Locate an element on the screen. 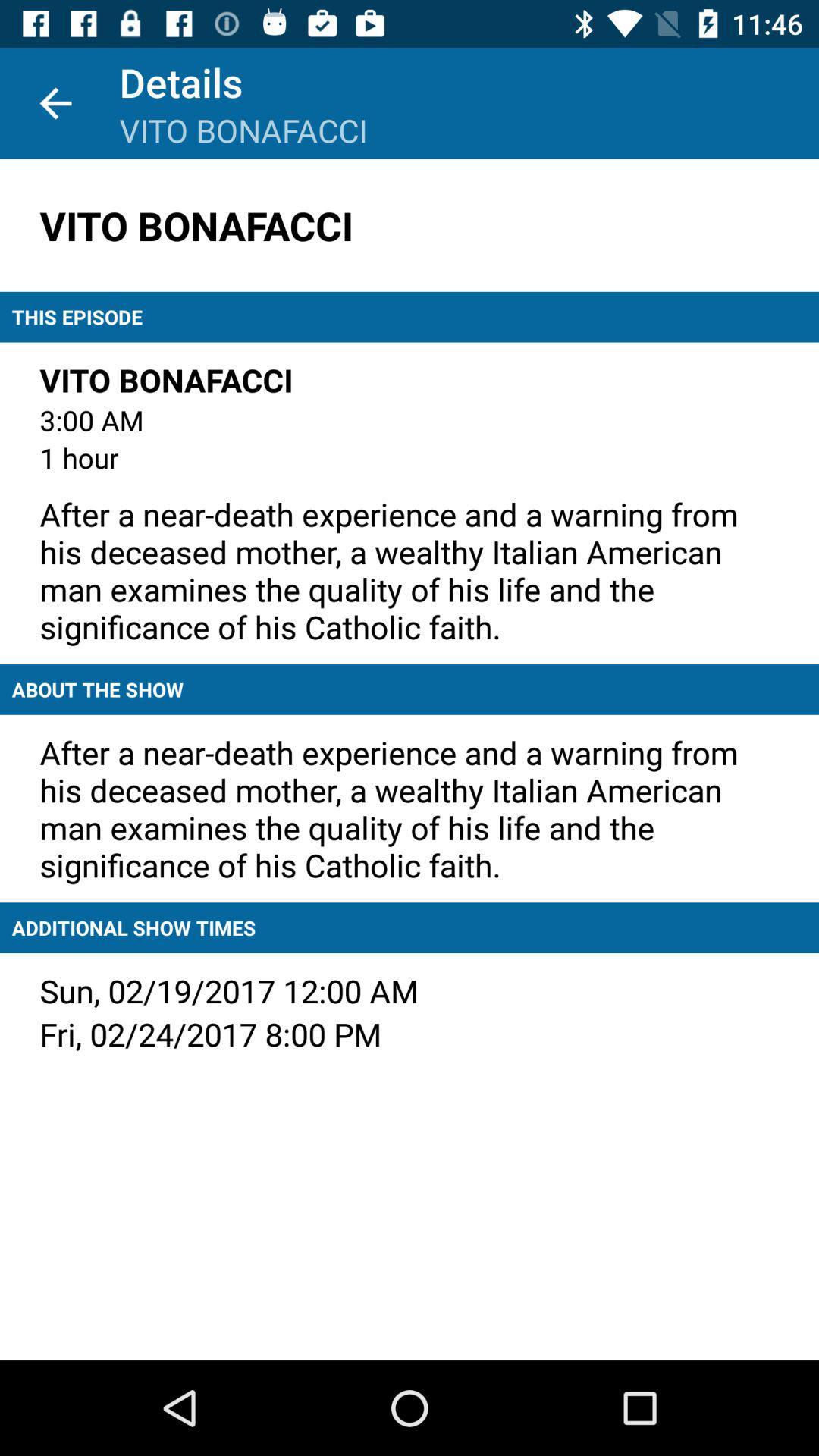  item next to details icon is located at coordinates (55, 102).